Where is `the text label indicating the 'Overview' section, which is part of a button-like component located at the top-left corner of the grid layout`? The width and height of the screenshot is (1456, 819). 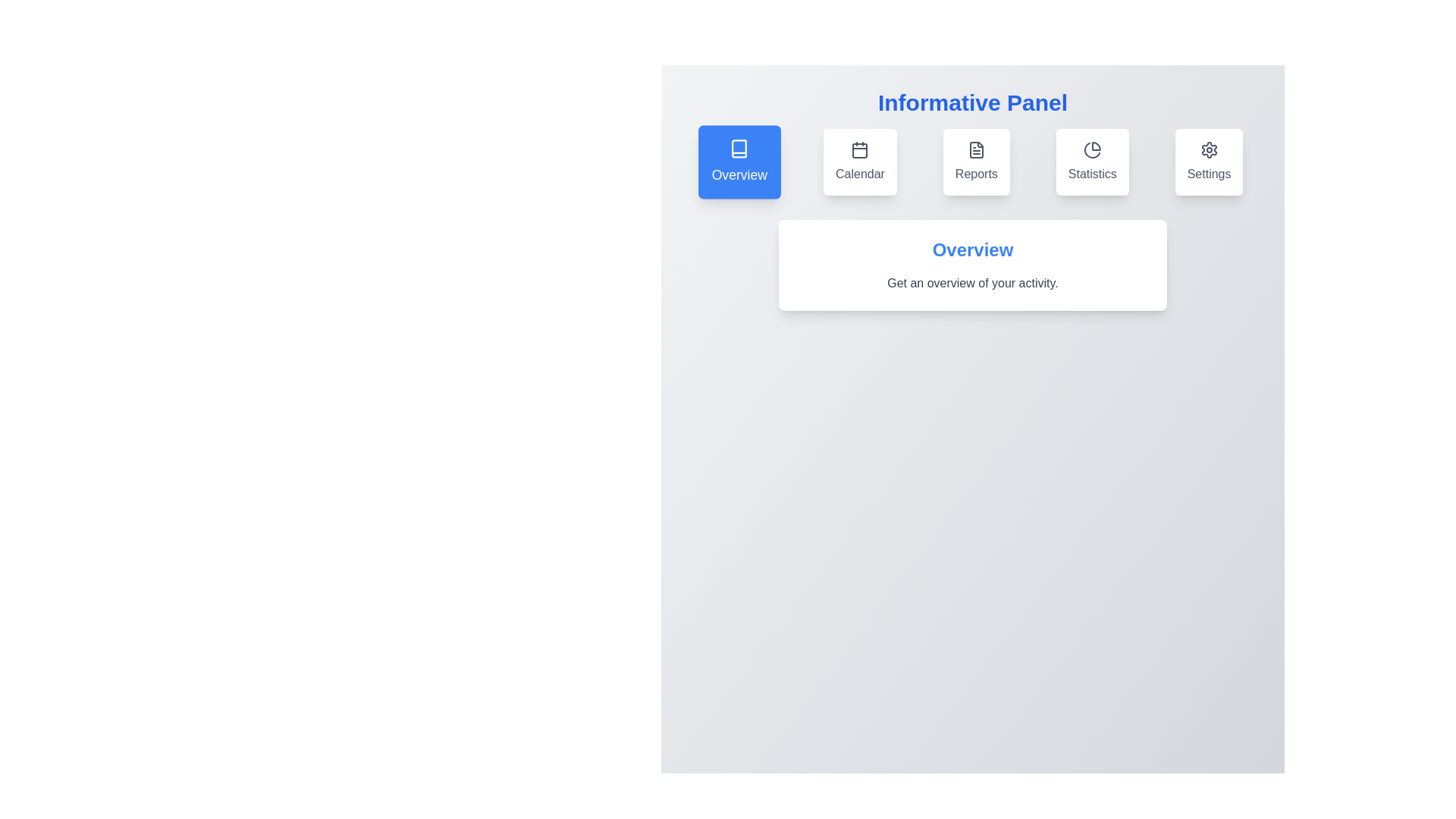 the text label indicating the 'Overview' section, which is part of a button-like component located at the top-left corner of the grid layout is located at coordinates (739, 174).